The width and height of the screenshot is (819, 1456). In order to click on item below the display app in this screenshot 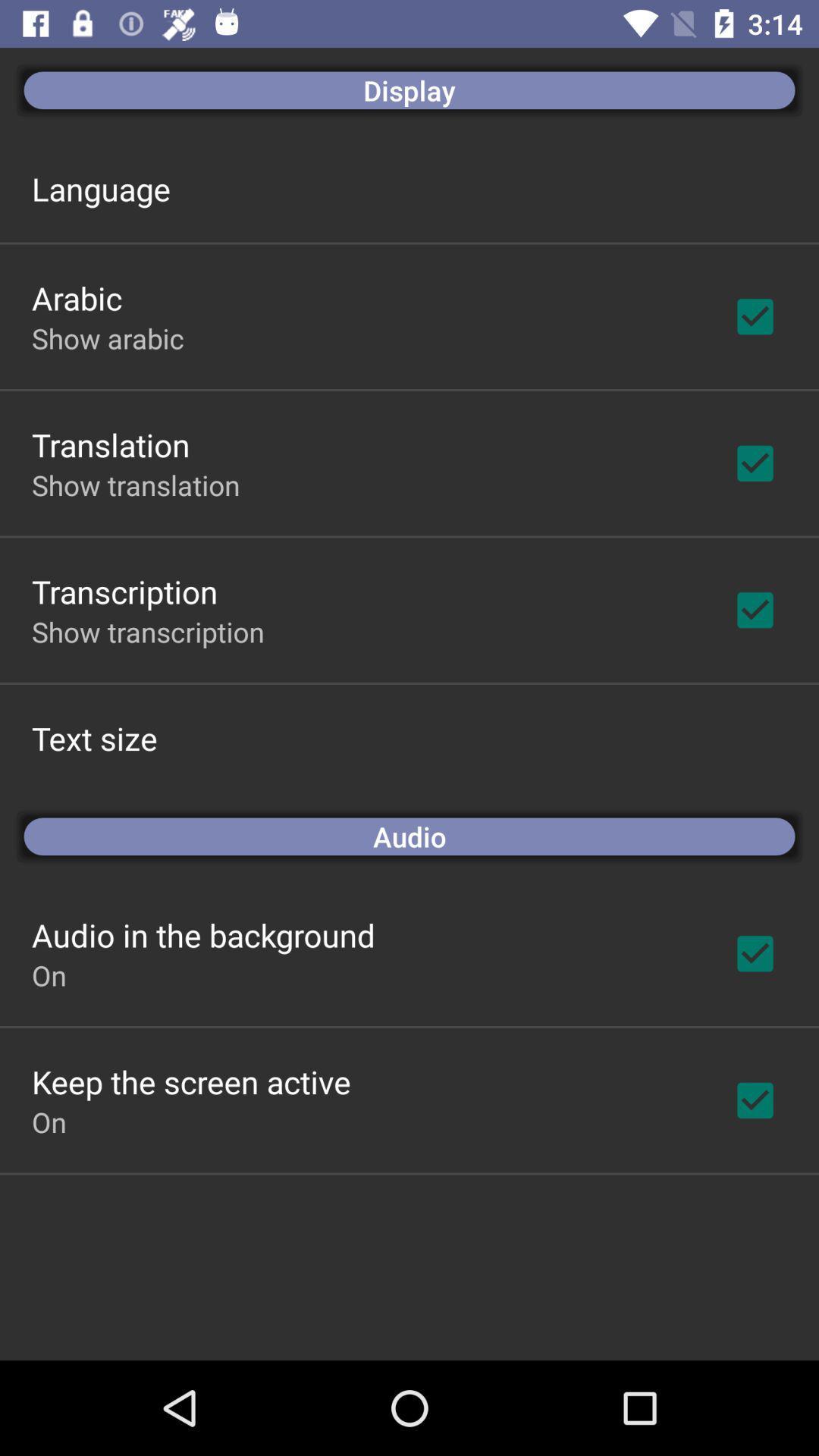, I will do `click(101, 188)`.